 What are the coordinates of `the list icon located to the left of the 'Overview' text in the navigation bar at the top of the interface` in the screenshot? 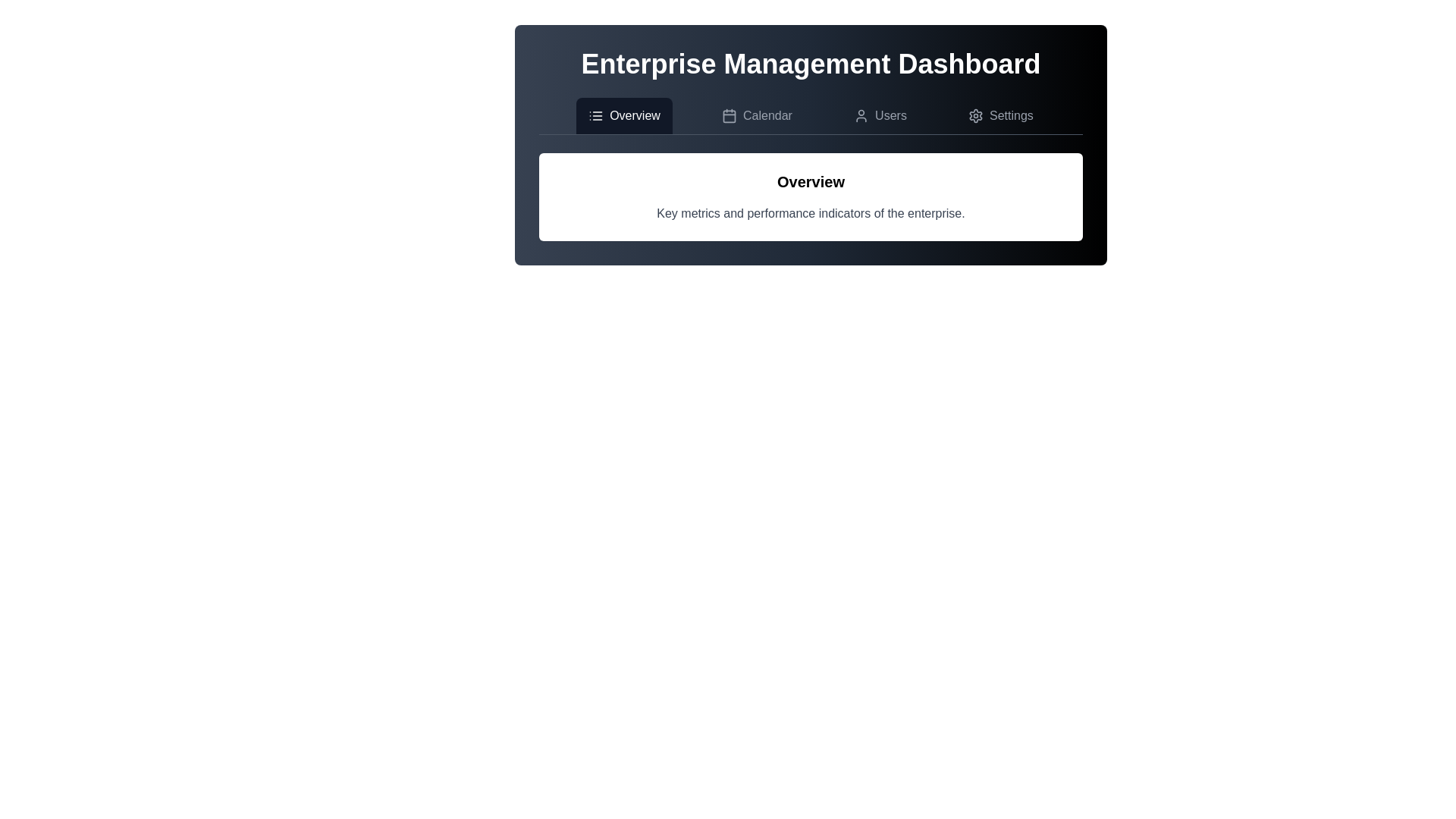 It's located at (595, 115).